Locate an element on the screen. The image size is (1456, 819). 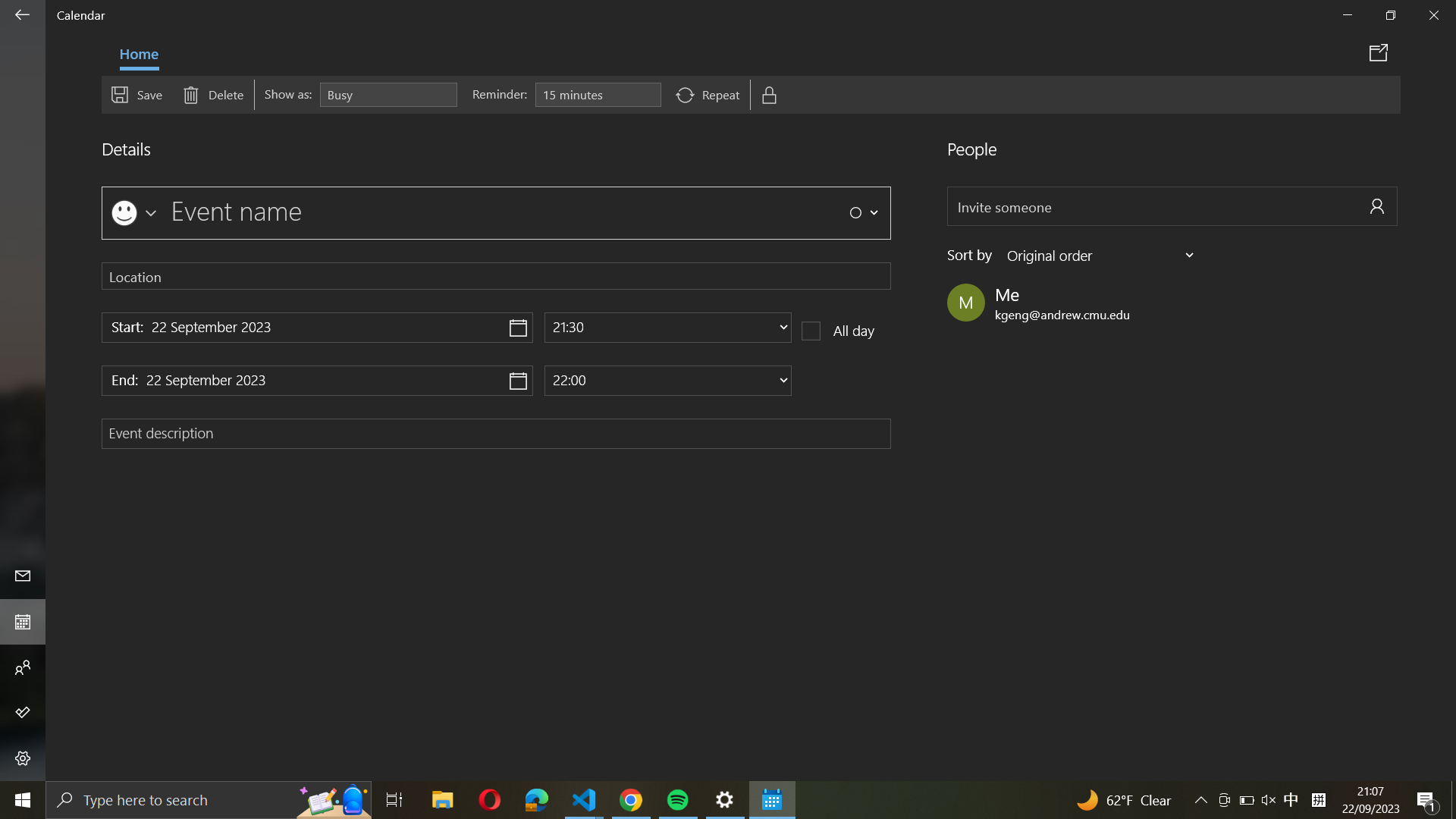
an alert for the occasion is located at coordinates (597, 95).